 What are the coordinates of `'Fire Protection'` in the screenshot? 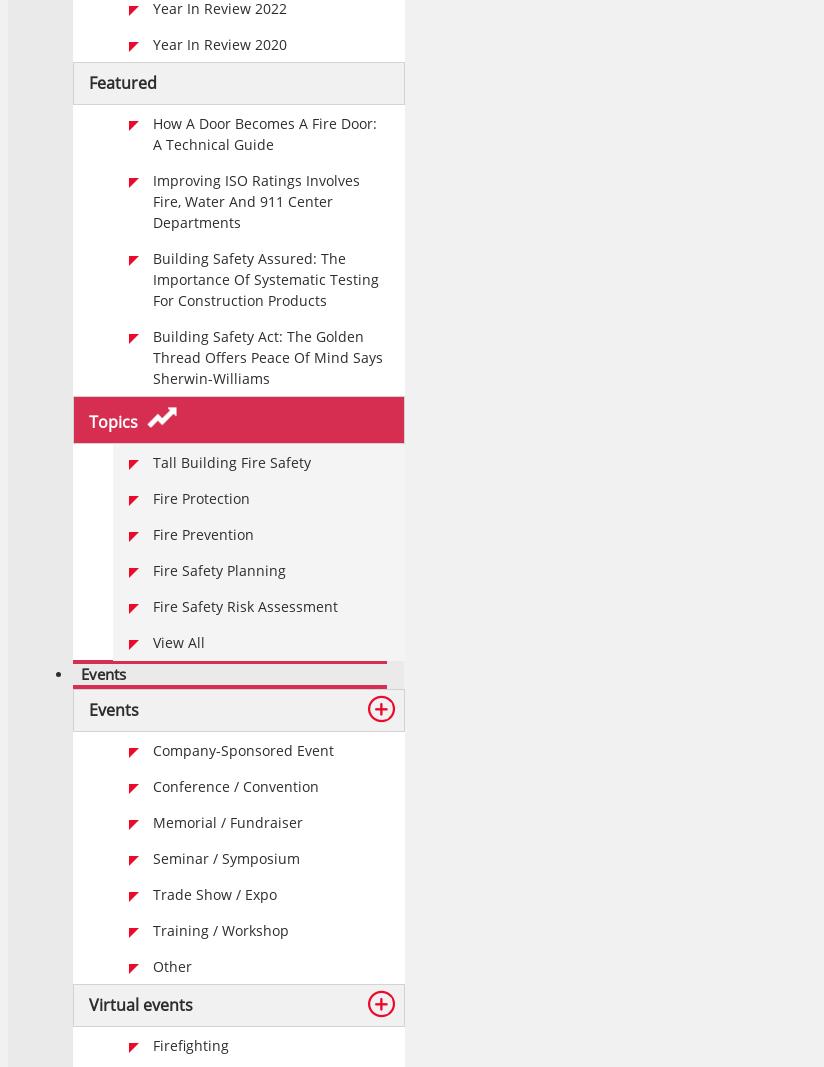 It's located at (201, 497).